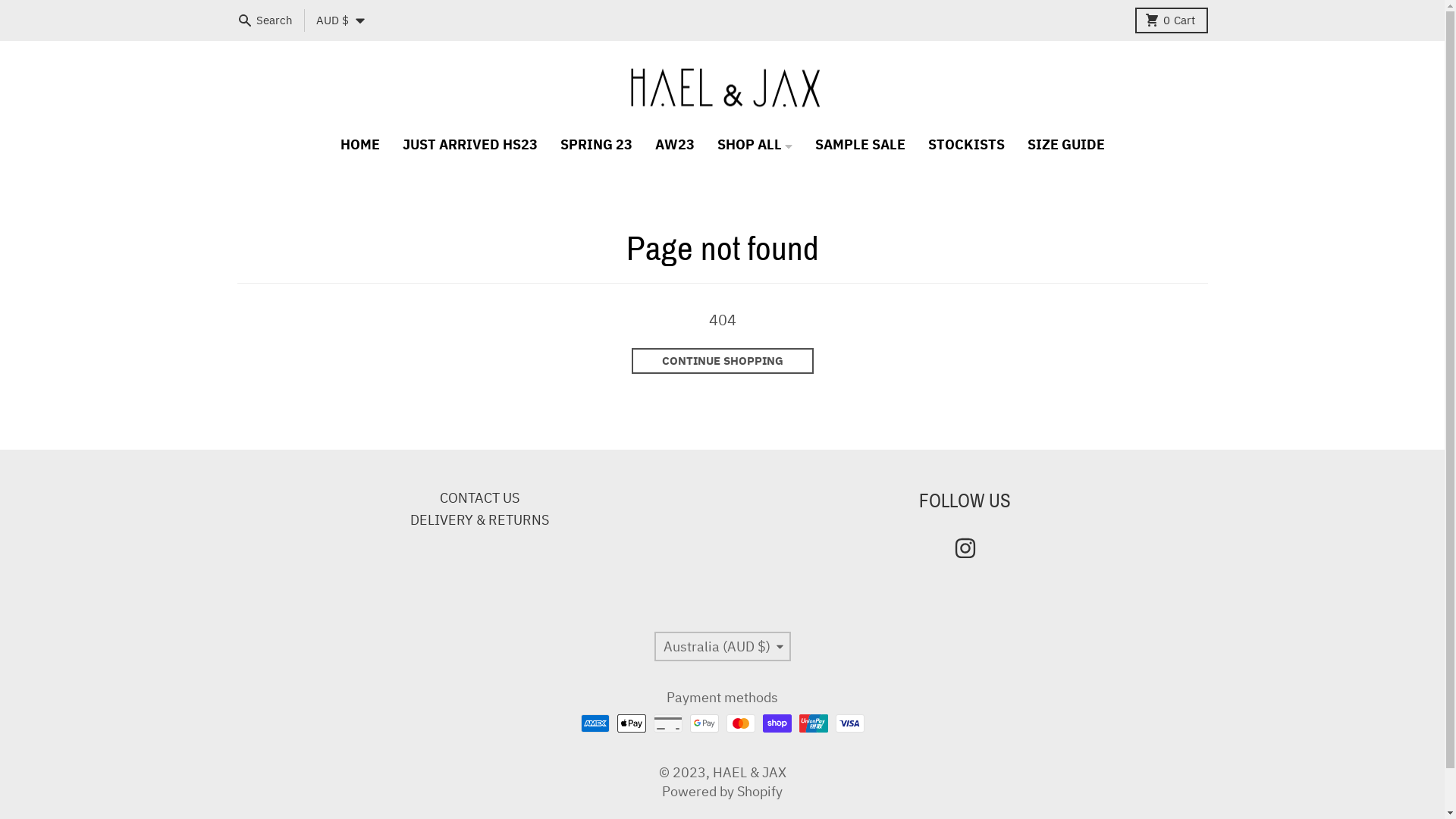 This screenshot has width=1456, height=819. I want to click on 'DELIVERY & RETURNS', so click(479, 519).